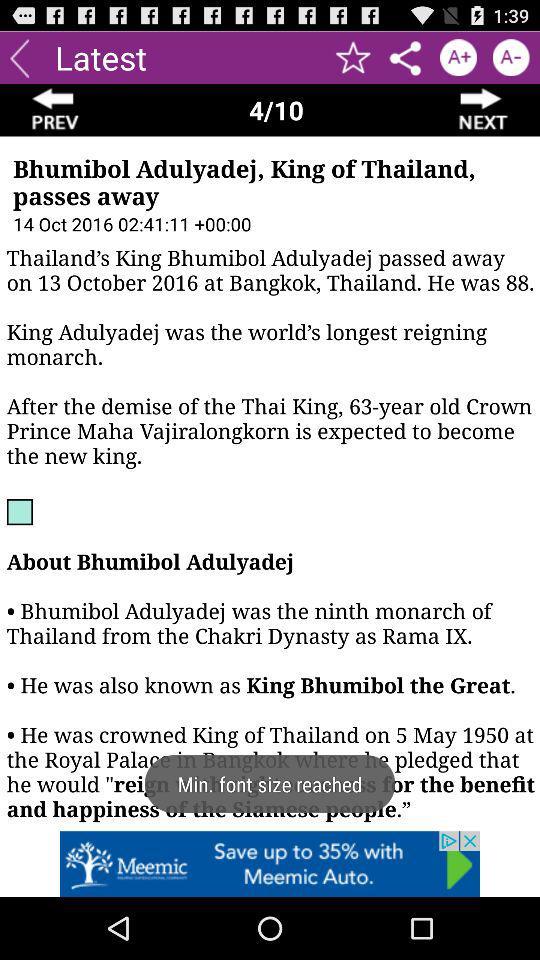  I want to click on checkbox, so click(511, 56).